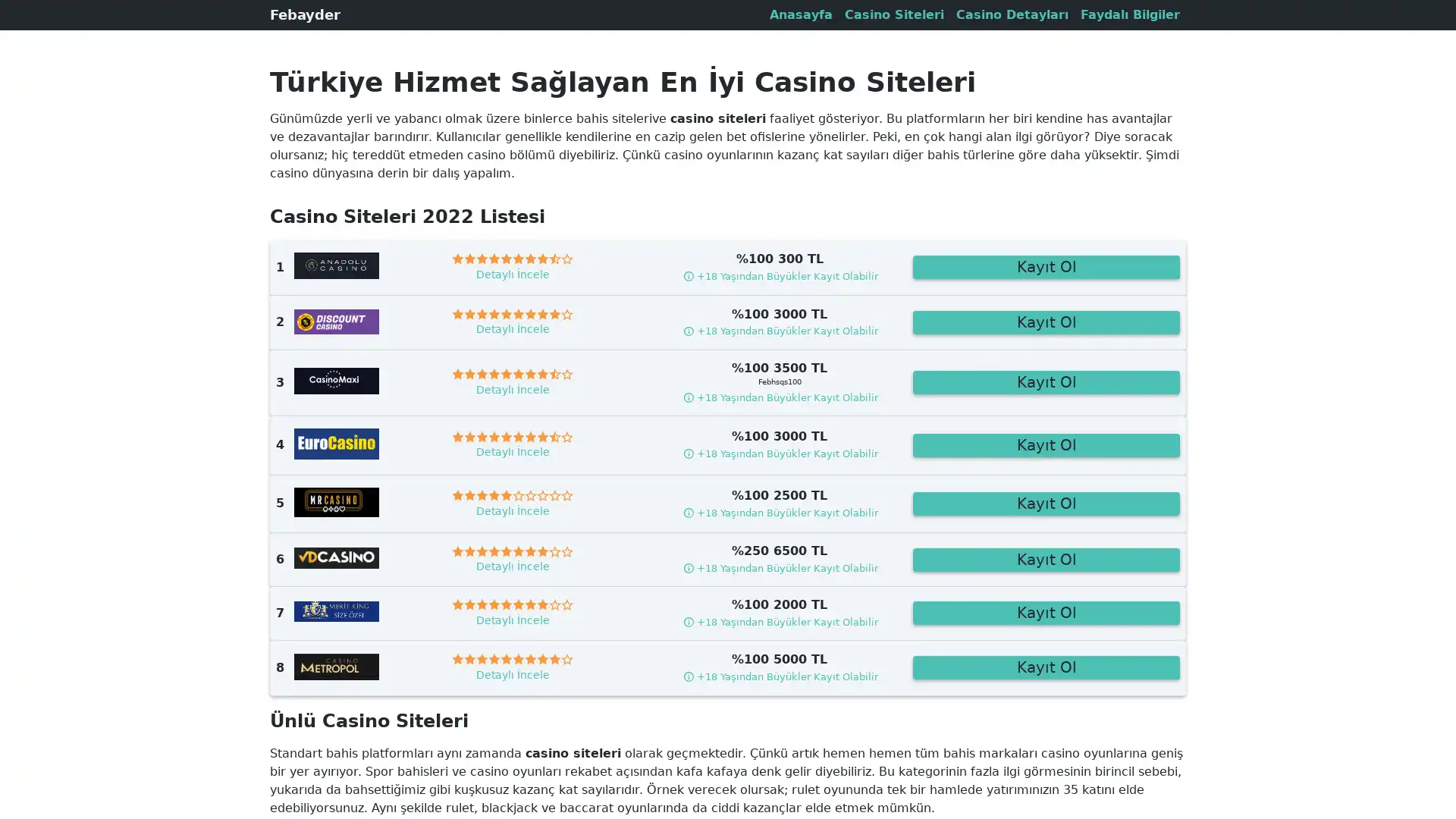 This screenshot has width=1456, height=819. What do you see at coordinates (779, 330) in the screenshot?
I see `Load terms and conditions` at bounding box center [779, 330].